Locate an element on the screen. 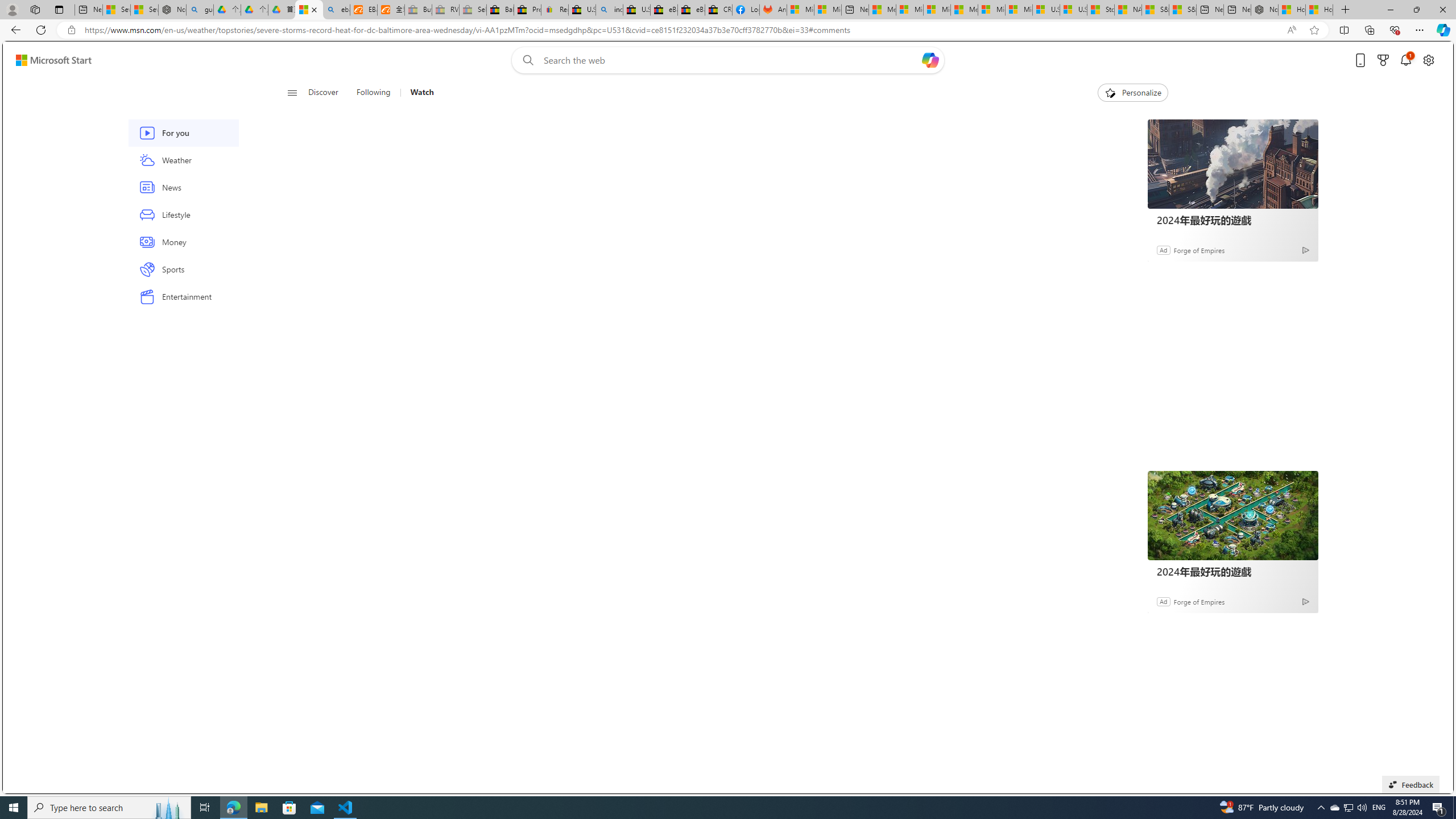 Image resolution: width=1456 pixels, height=819 pixels. 'Microsoft account | Privacy' is located at coordinates (909, 9).